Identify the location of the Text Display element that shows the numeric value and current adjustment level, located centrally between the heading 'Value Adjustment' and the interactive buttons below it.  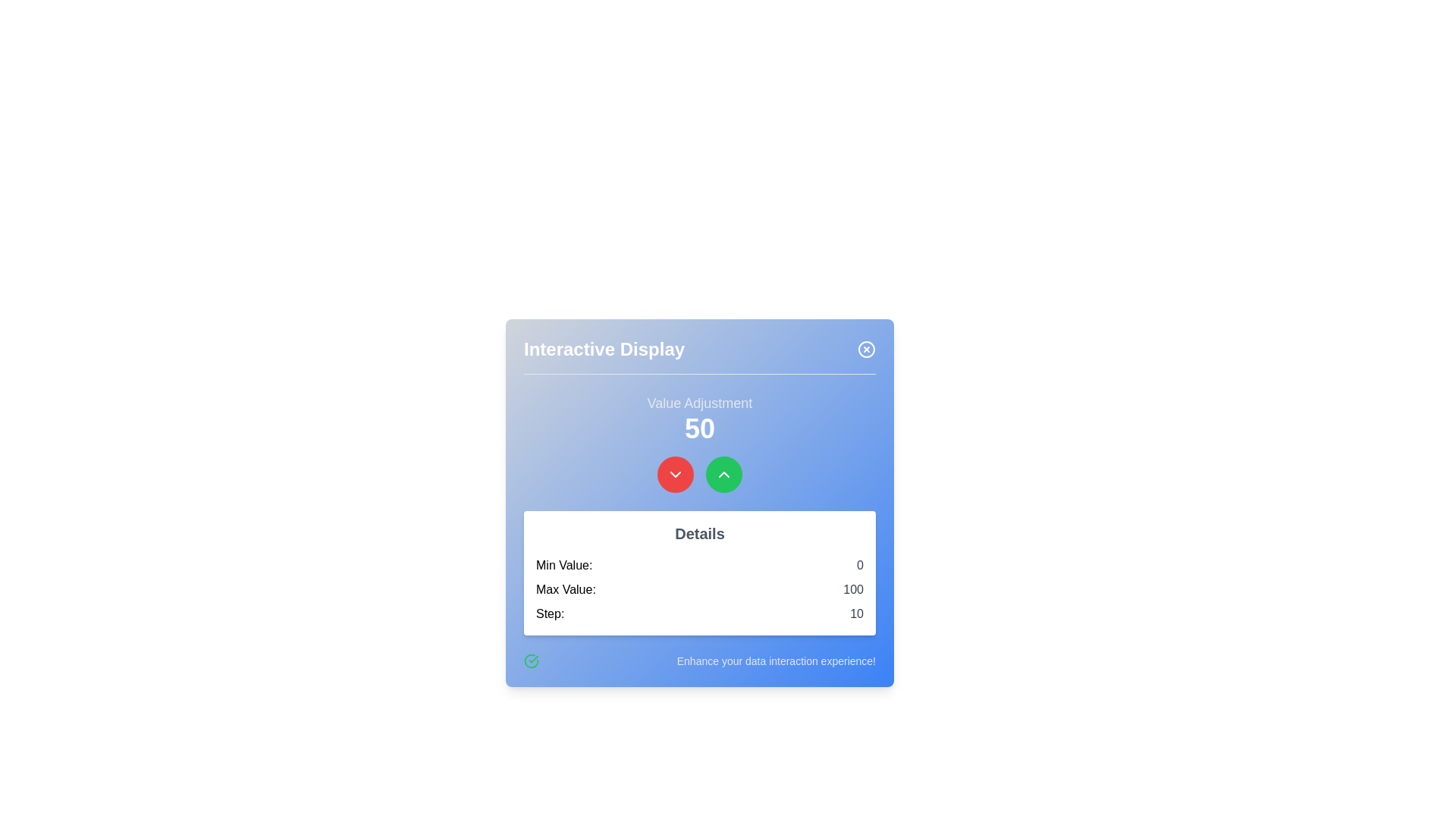
(698, 429).